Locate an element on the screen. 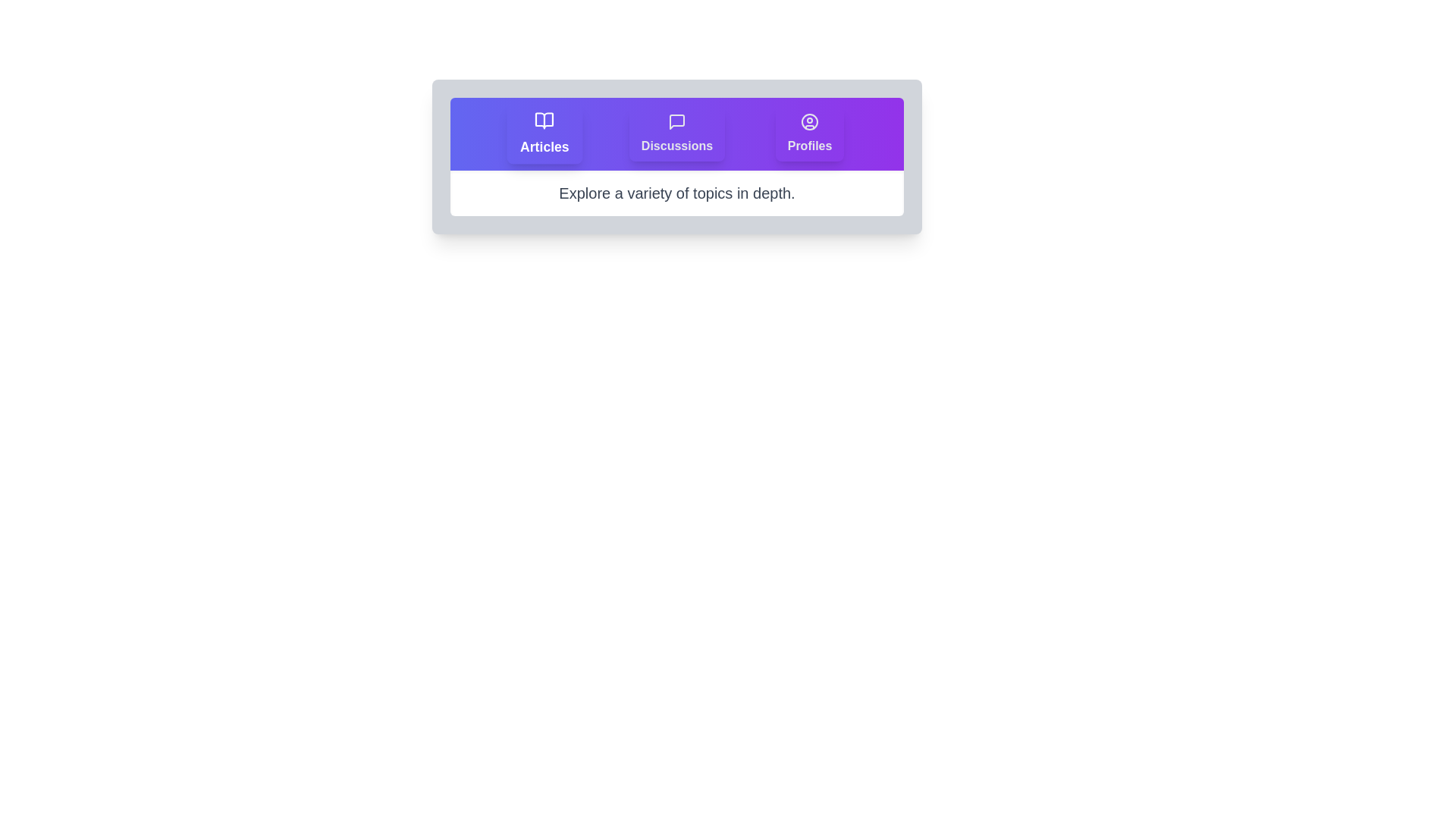 This screenshot has height=819, width=1456. the tab labeled Articles is located at coordinates (544, 133).